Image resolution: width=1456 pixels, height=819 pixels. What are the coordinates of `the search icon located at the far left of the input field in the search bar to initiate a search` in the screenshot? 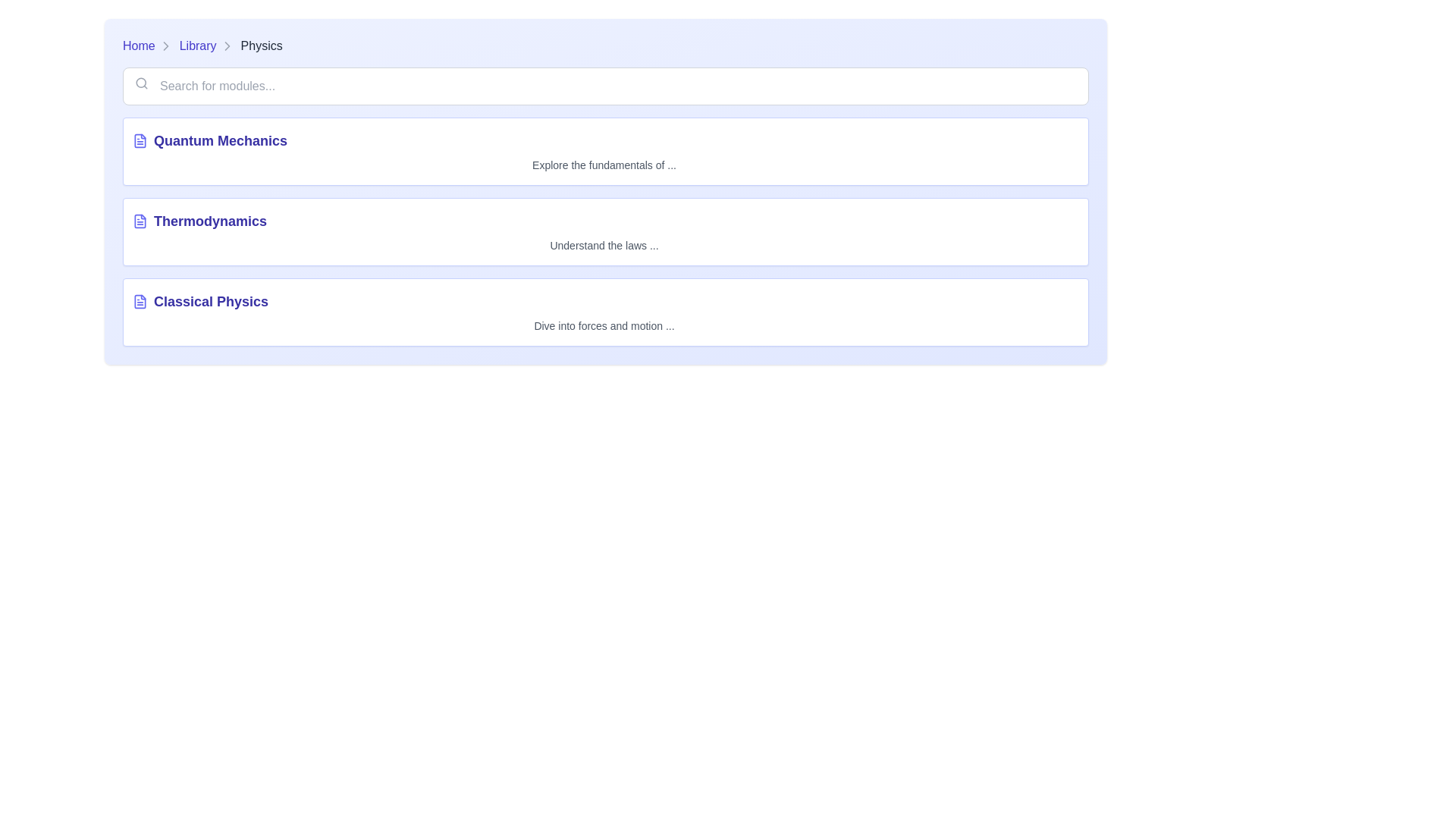 It's located at (142, 83).